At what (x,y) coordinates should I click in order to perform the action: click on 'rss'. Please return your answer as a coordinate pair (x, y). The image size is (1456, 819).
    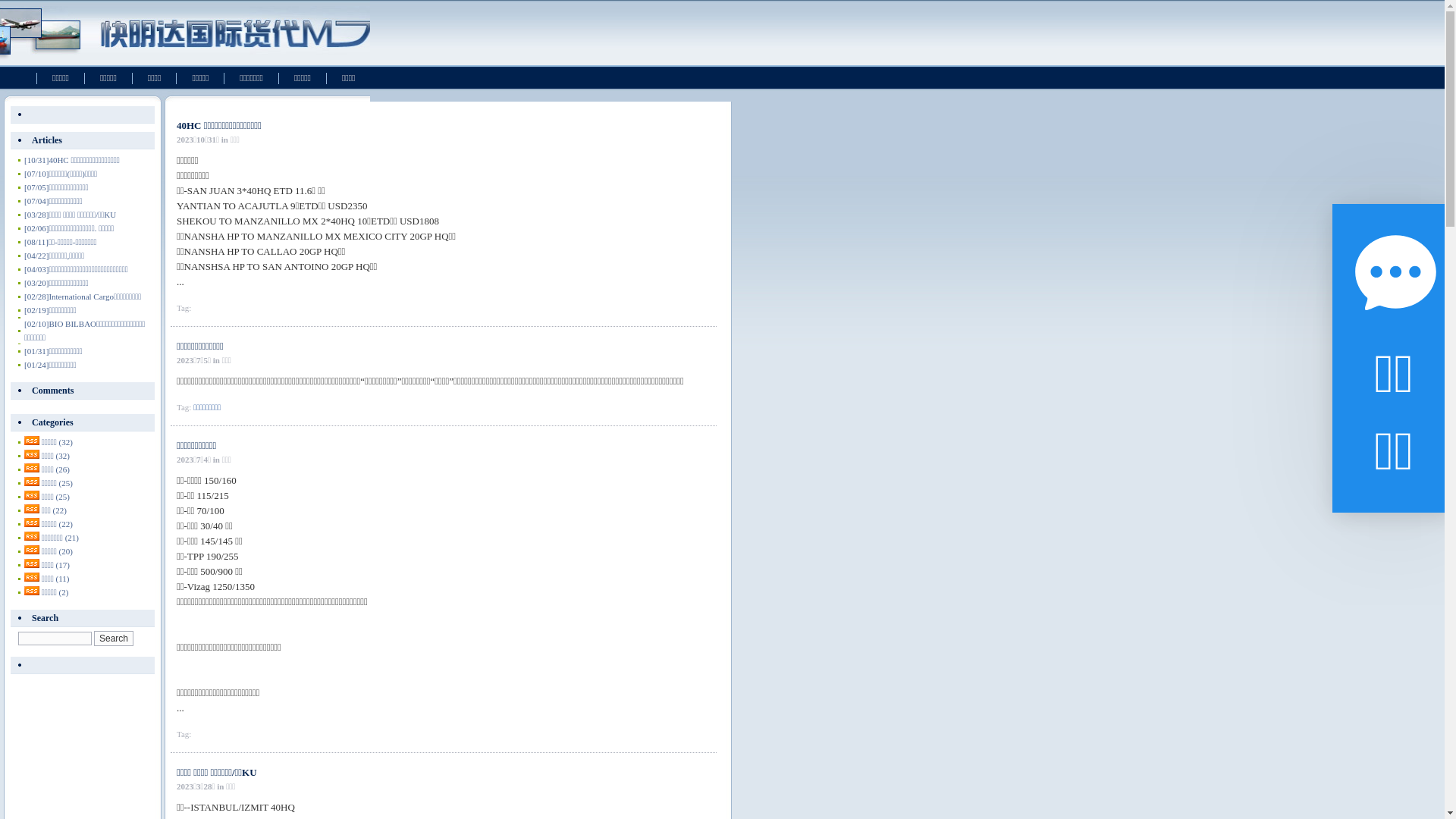
    Looking at the image, I should click on (32, 494).